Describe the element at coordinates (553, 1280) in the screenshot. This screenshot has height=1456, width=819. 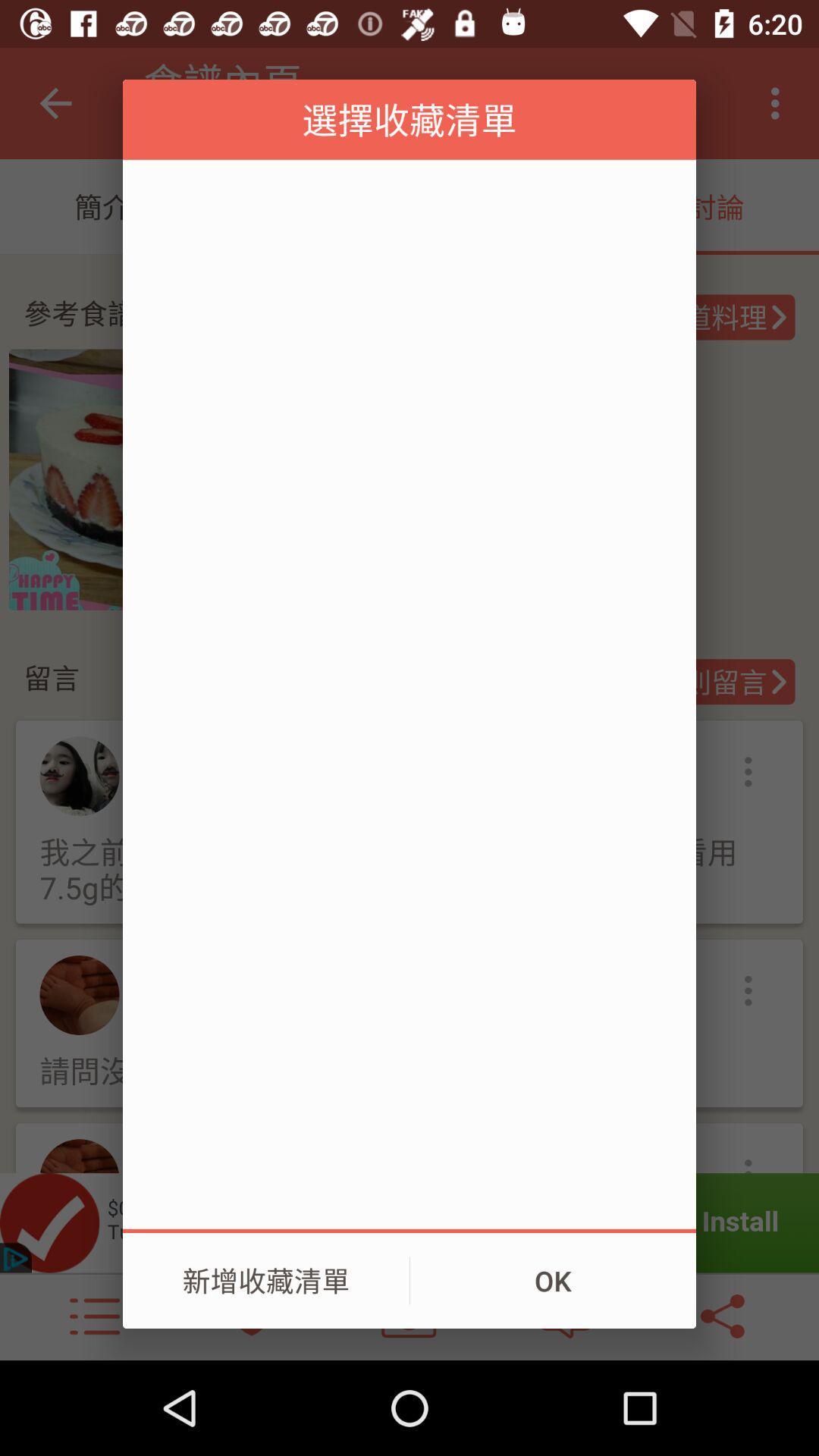
I see `the icon at the bottom right corner` at that location.